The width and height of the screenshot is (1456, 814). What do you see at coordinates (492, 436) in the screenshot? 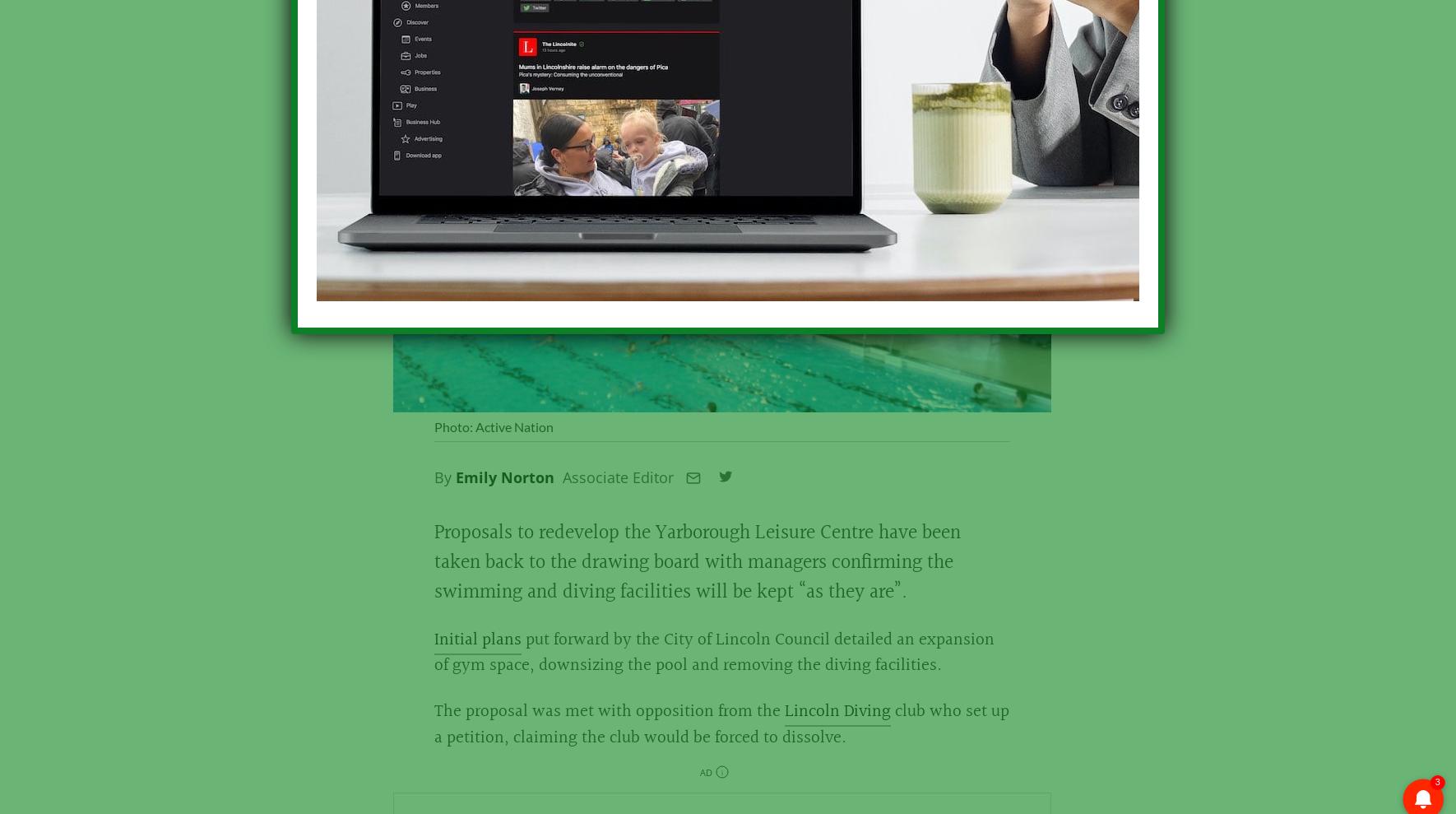
I see `'Photo: Active Nation'` at bounding box center [492, 436].